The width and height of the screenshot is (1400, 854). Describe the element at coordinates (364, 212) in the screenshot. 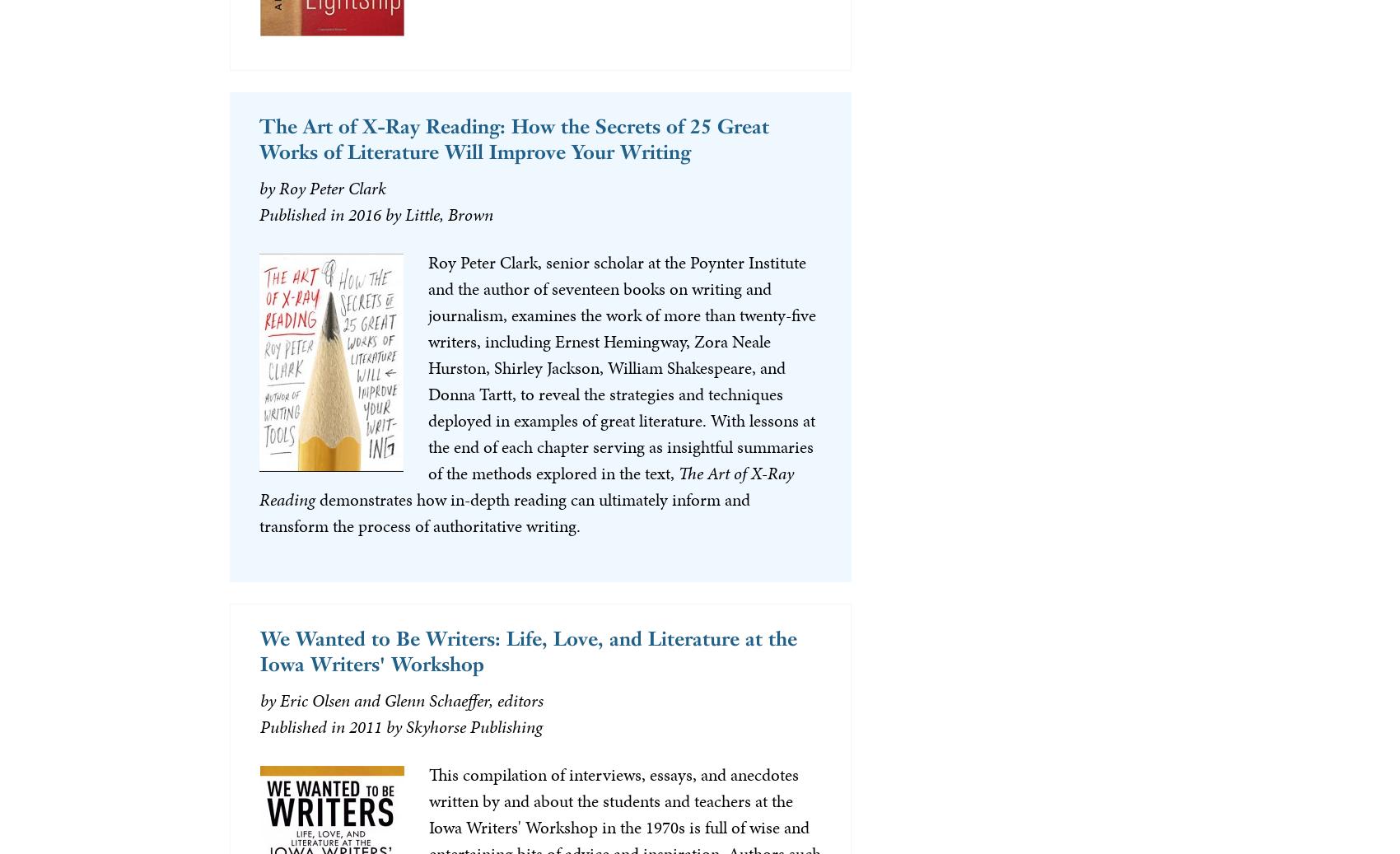

I see `'2016'` at that location.